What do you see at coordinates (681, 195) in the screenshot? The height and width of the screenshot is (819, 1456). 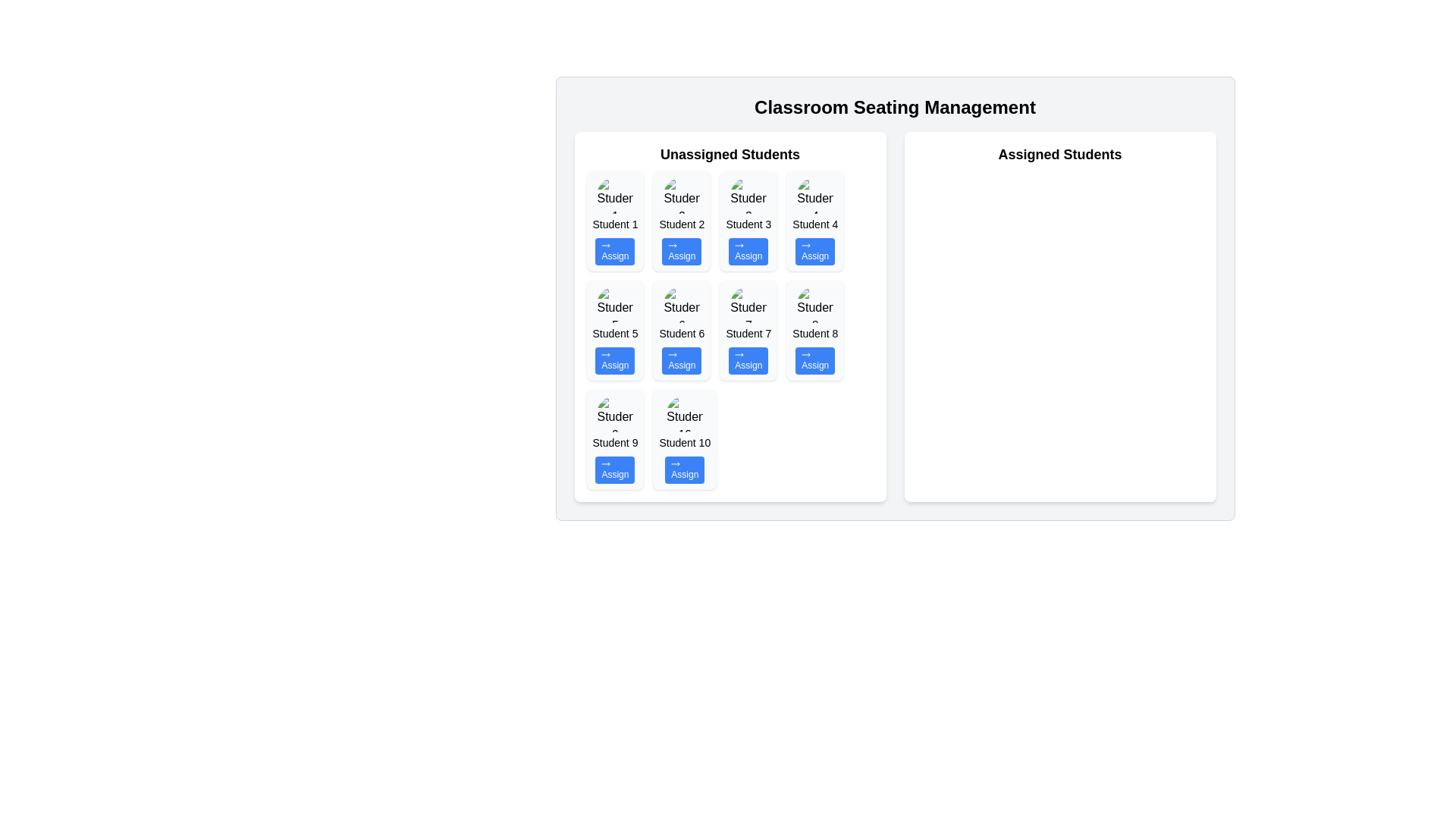 I see `the 'Student 2' image element` at bounding box center [681, 195].